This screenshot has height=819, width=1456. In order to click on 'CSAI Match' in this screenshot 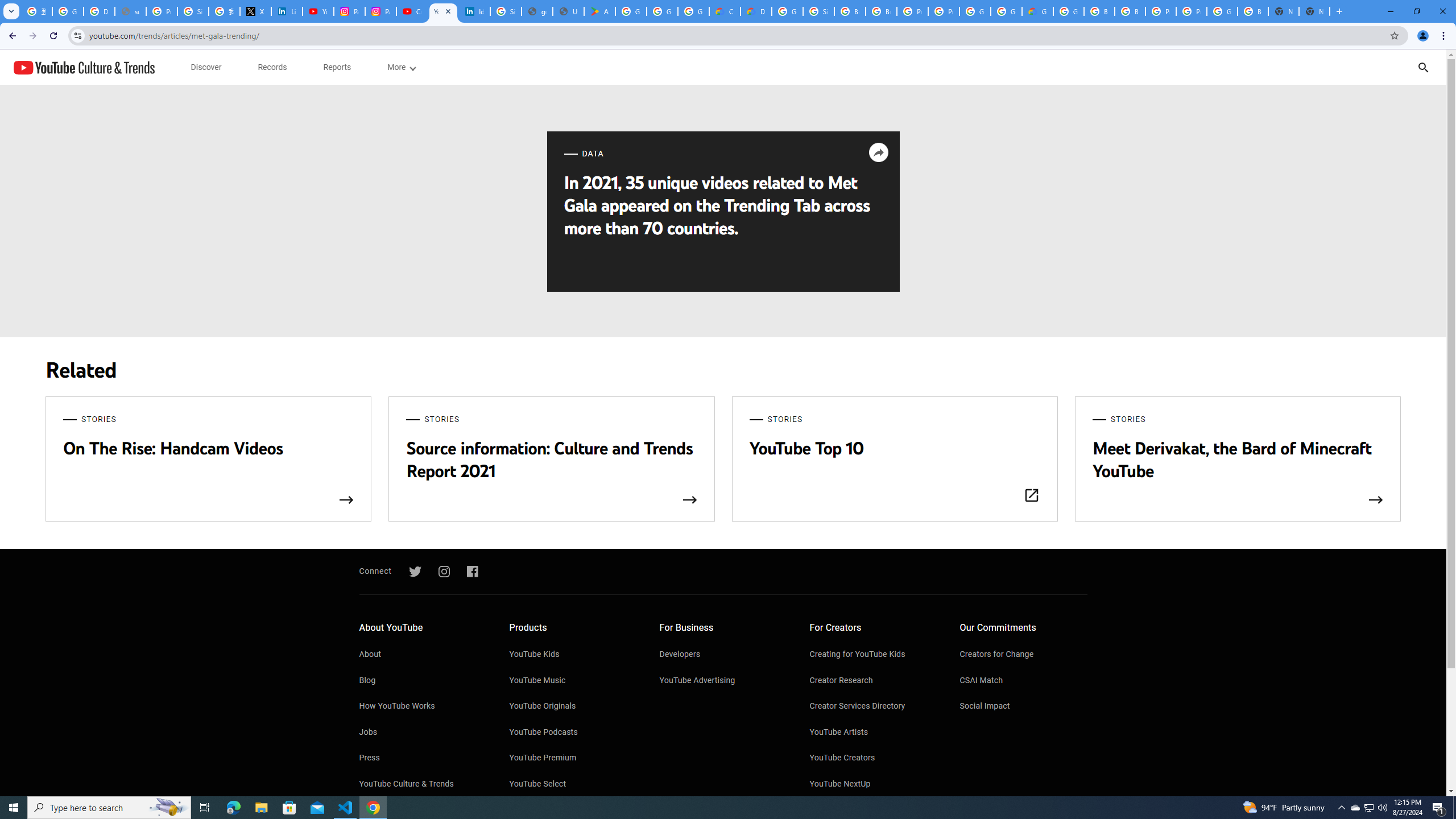, I will do `click(1023, 681)`.